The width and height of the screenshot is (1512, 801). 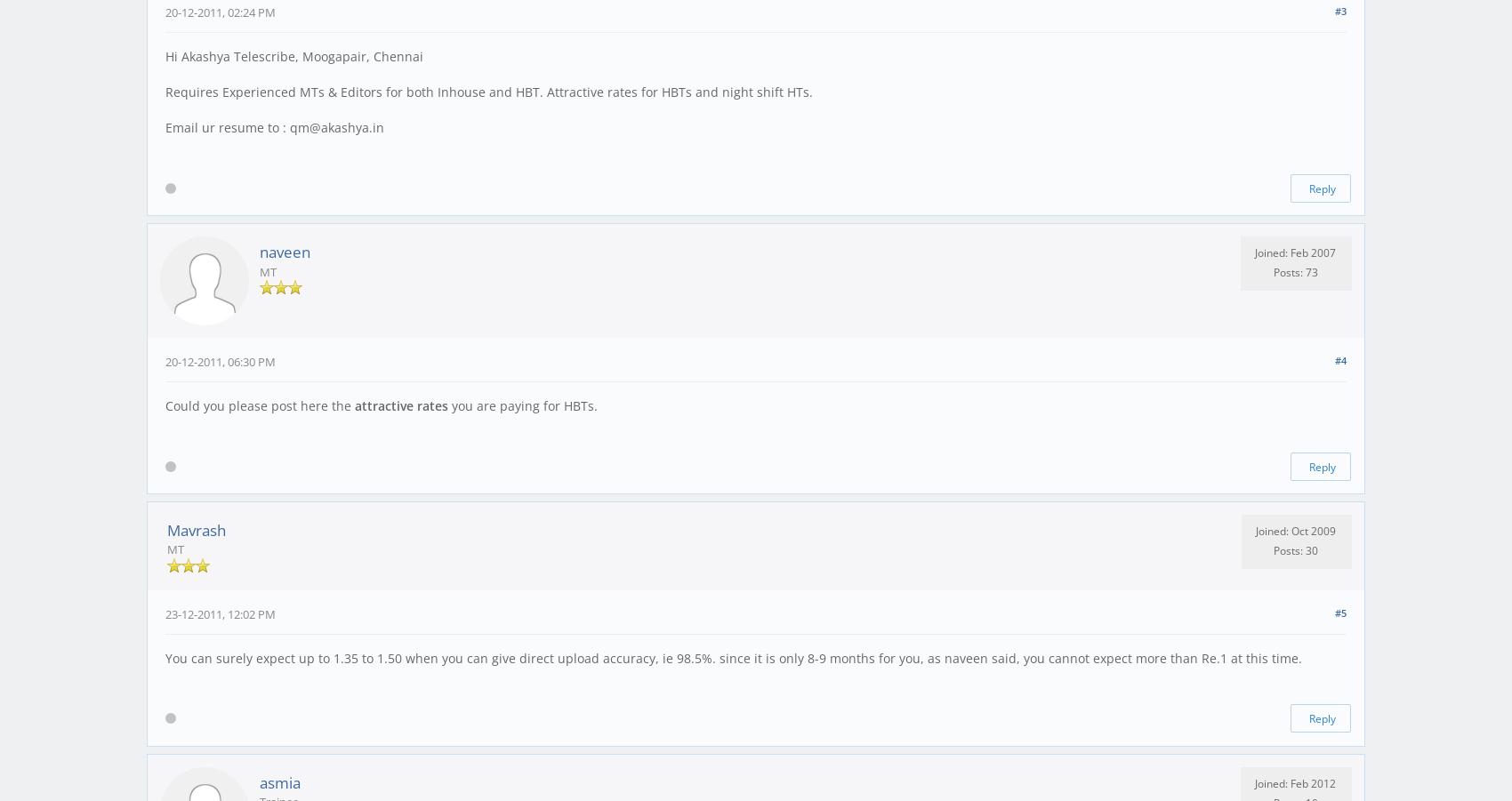 What do you see at coordinates (1334, 613) in the screenshot?
I see `'#5'` at bounding box center [1334, 613].